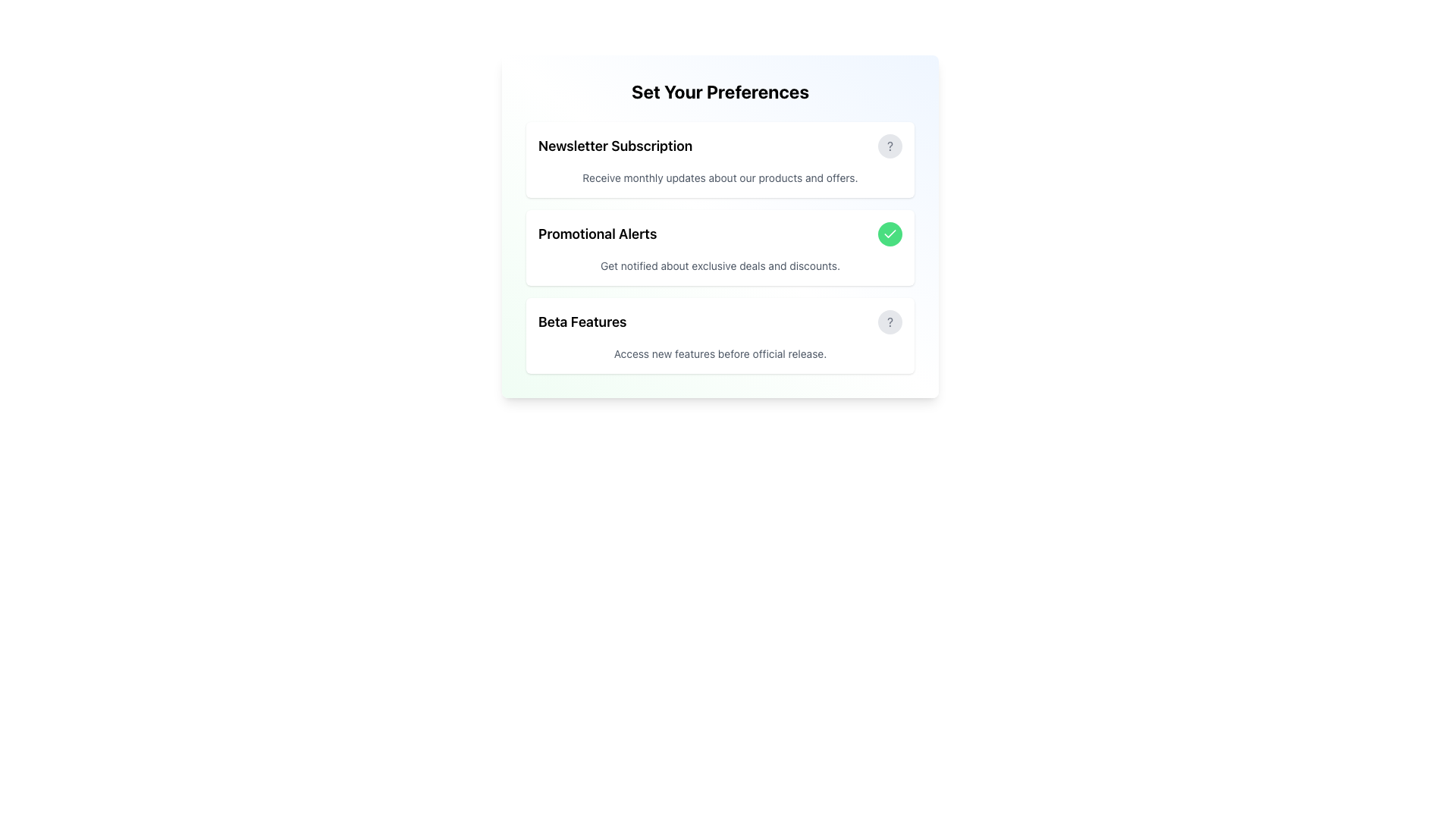 This screenshot has height=819, width=1456. What do you see at coordinates (720, 234) in the screenshot?
I see `the green circular button with a white check mark inside the List Item labeled 'Promotional Alerts'` at bounding box center [720, 234].